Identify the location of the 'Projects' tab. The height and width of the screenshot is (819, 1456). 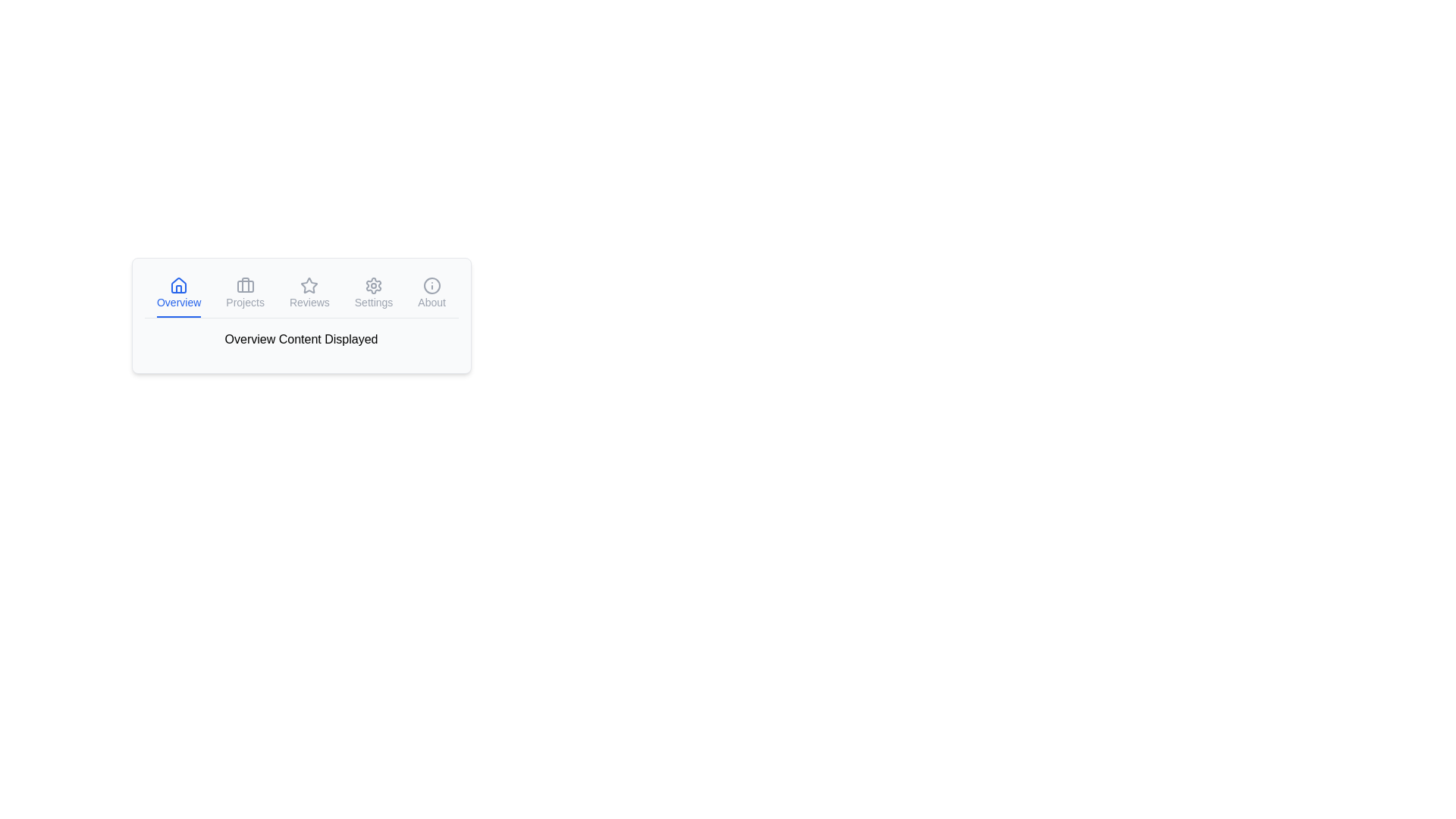
(245, 294).